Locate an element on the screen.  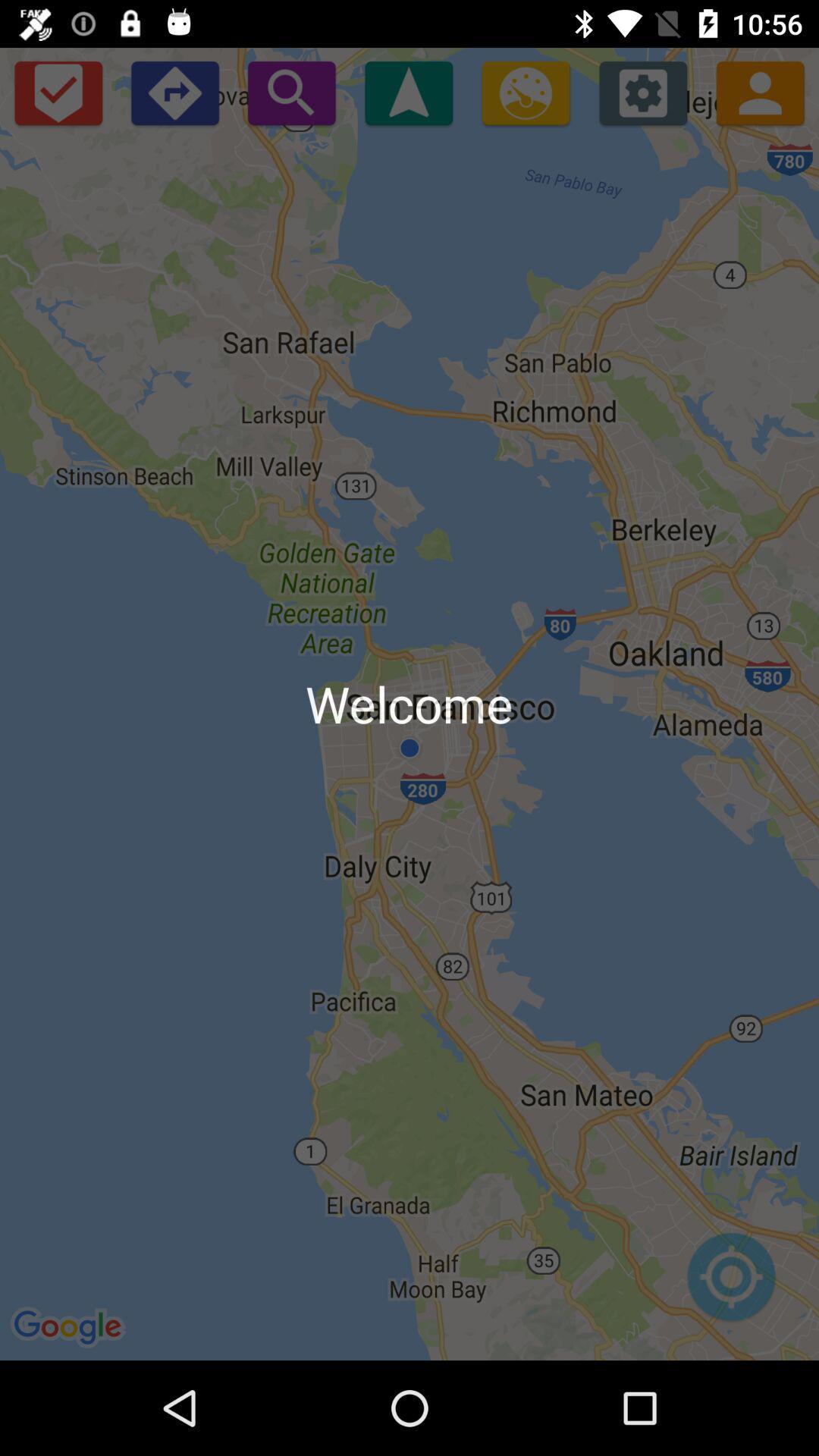
search app is located at coordinates (291, 92).